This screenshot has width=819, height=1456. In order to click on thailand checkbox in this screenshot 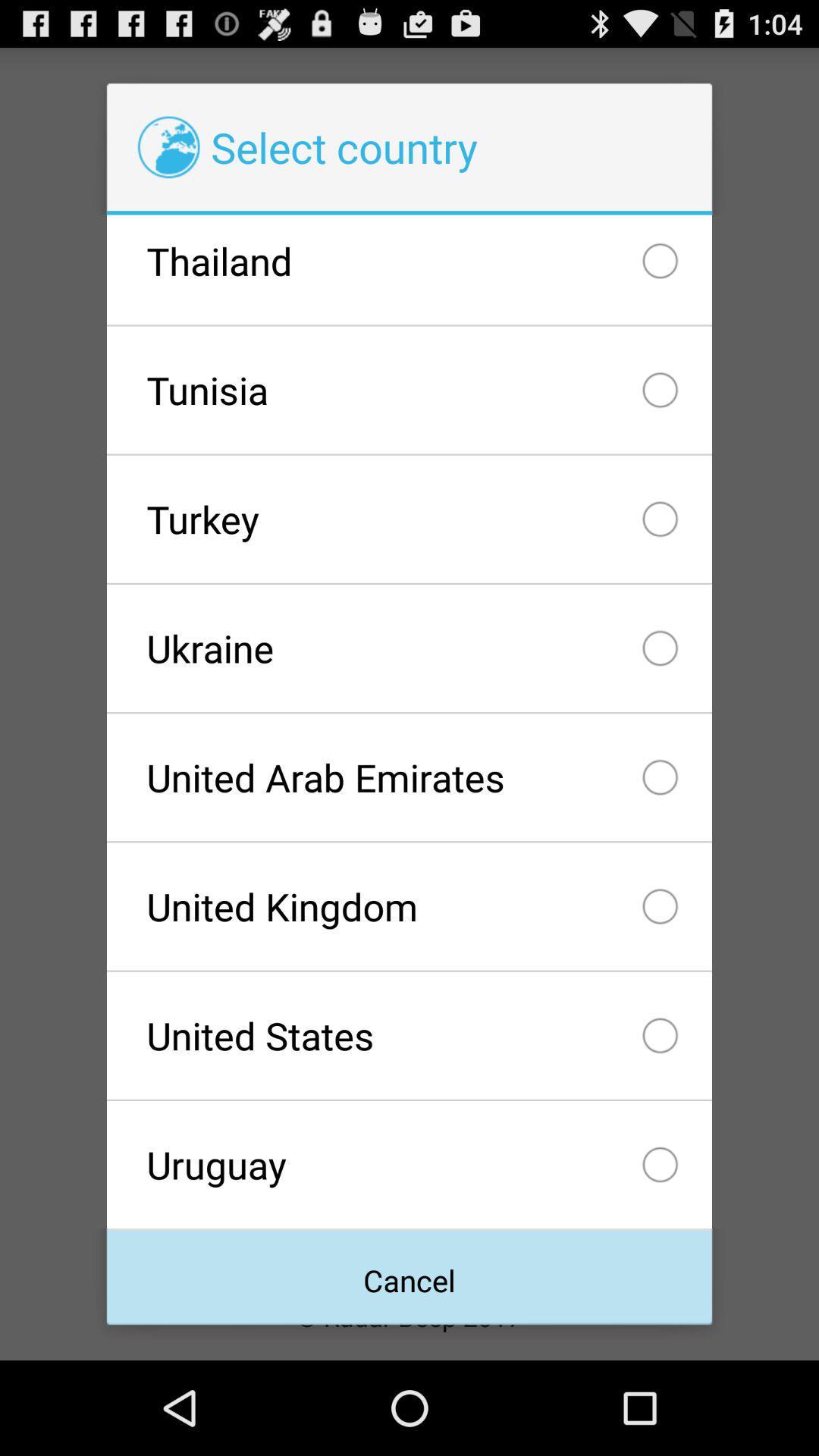, I will do `click(409, 269)`.